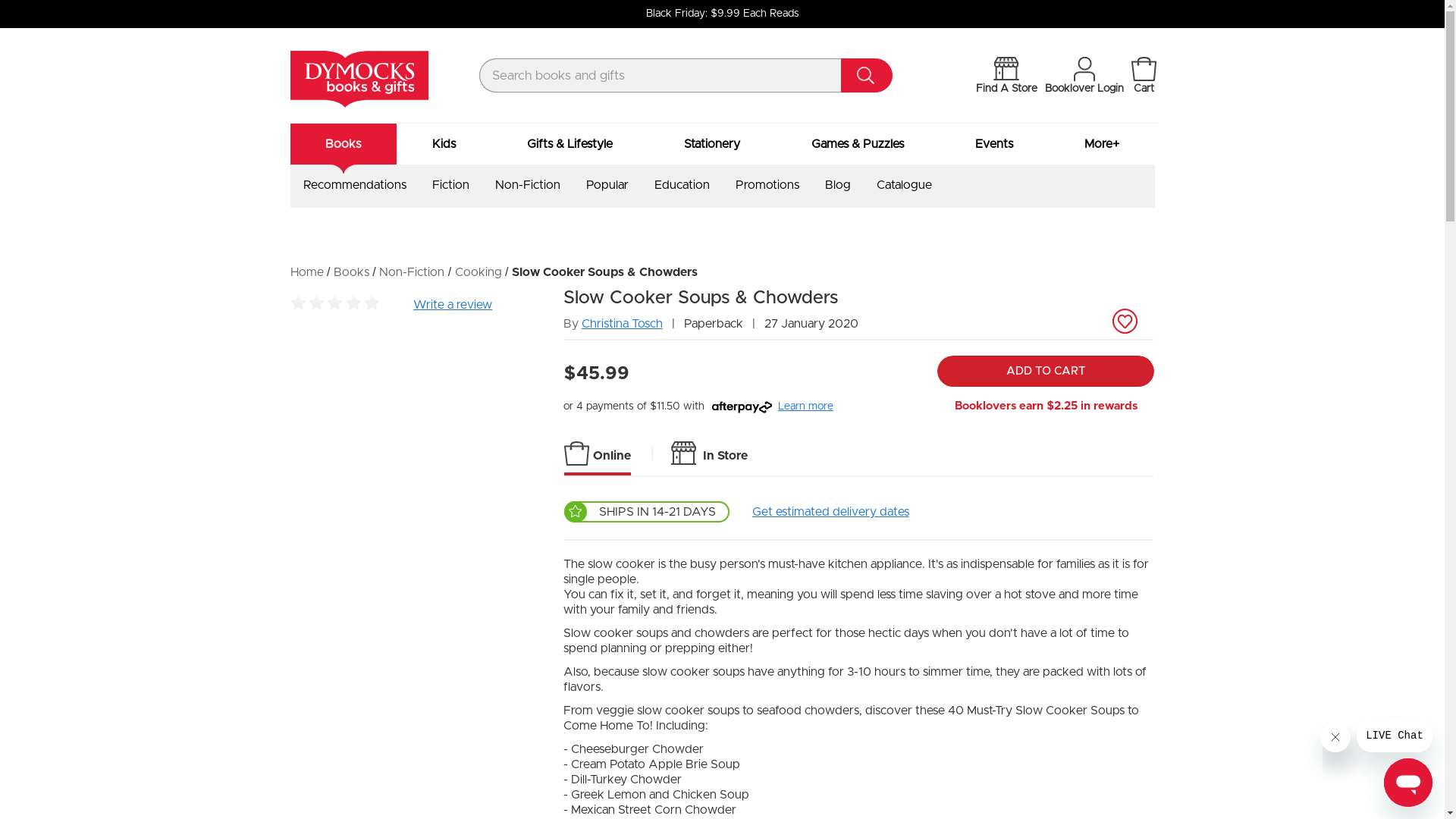 The height and width of the screenshot is (819, 1456). What do you see at coordinates (1394, 734) in the screenshot?
I see `'Message from company'` at bounding box center [1394, 734].